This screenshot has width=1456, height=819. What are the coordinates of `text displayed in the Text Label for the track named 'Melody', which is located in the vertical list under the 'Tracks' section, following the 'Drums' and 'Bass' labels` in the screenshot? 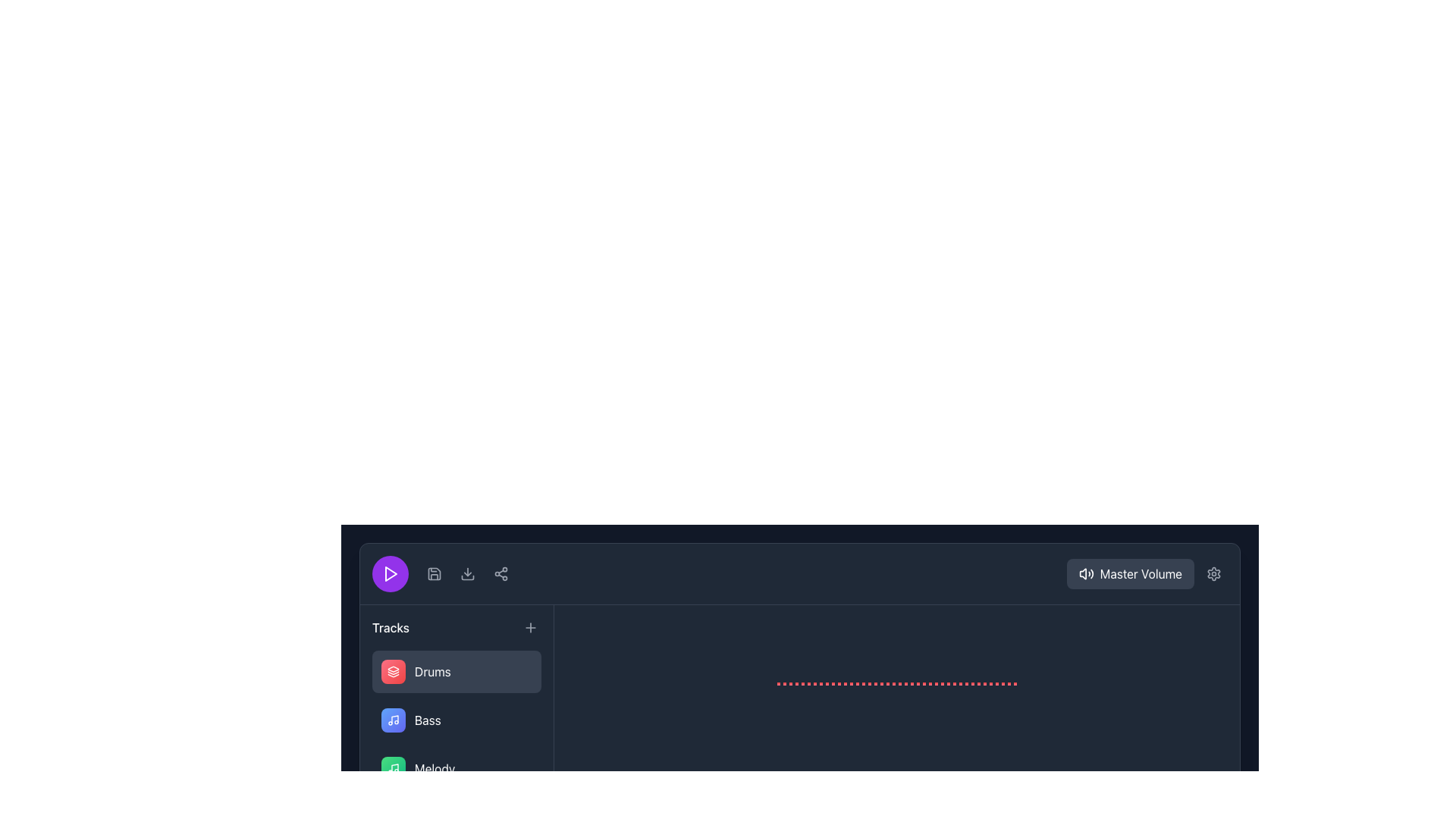 It's located at (434, 769).